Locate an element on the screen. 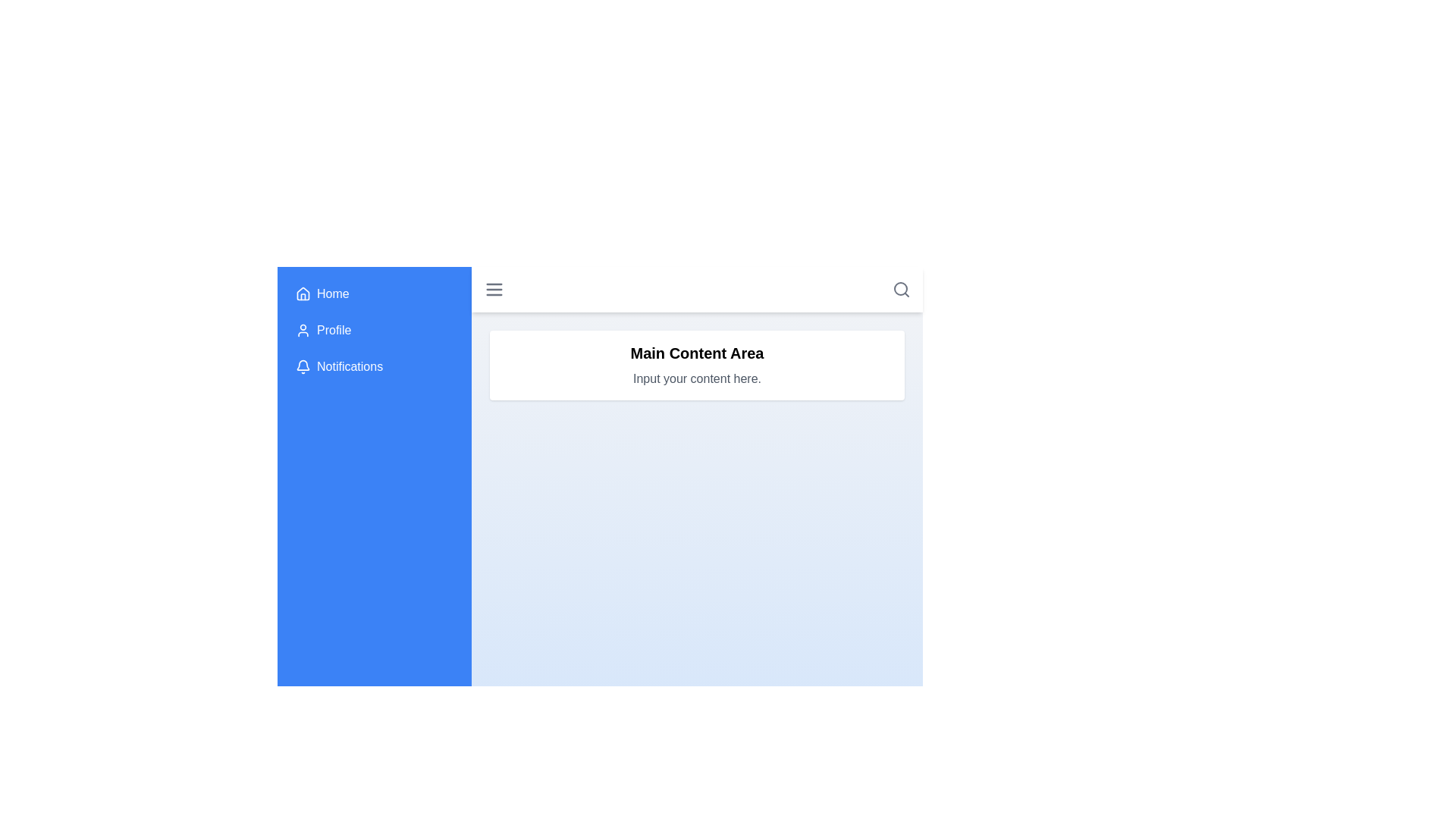 The height and width of the screenshot is (819, 1456). the 'Home' entry in the sidebar is located at coordinates (375, 294).